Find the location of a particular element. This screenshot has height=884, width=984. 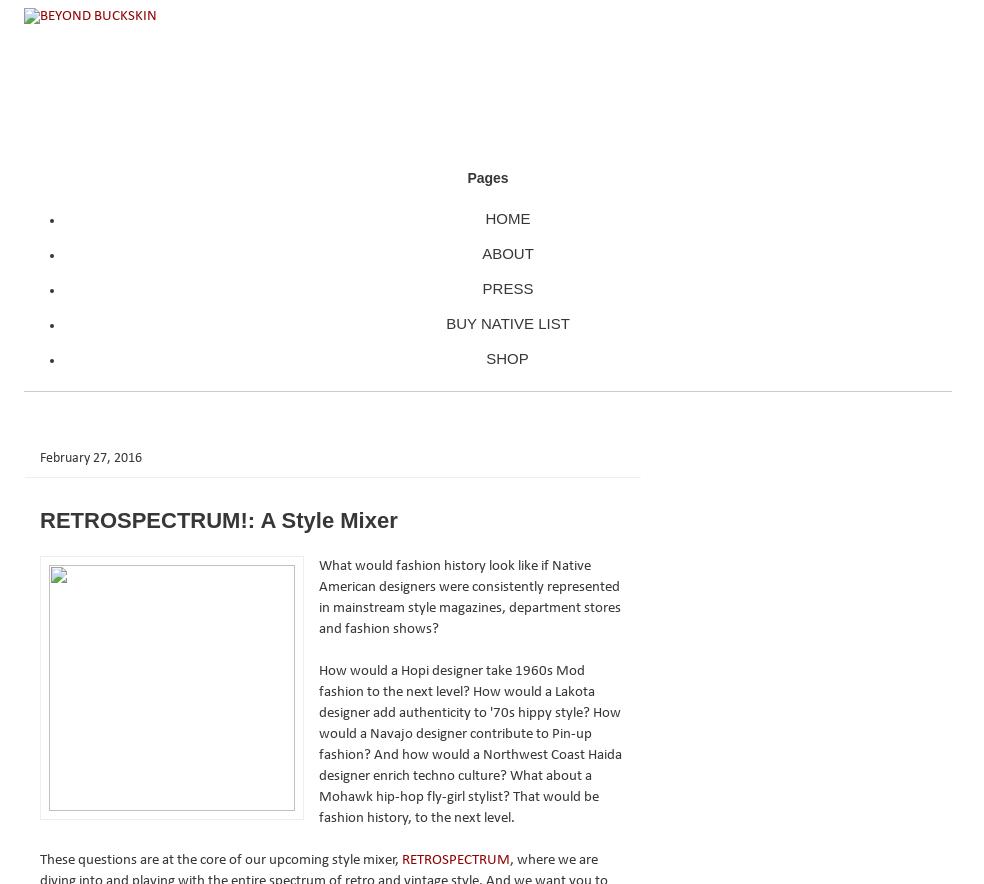

'RETROSPECTRUM!: A Style Mixer' is located at coordinates (39, 519).